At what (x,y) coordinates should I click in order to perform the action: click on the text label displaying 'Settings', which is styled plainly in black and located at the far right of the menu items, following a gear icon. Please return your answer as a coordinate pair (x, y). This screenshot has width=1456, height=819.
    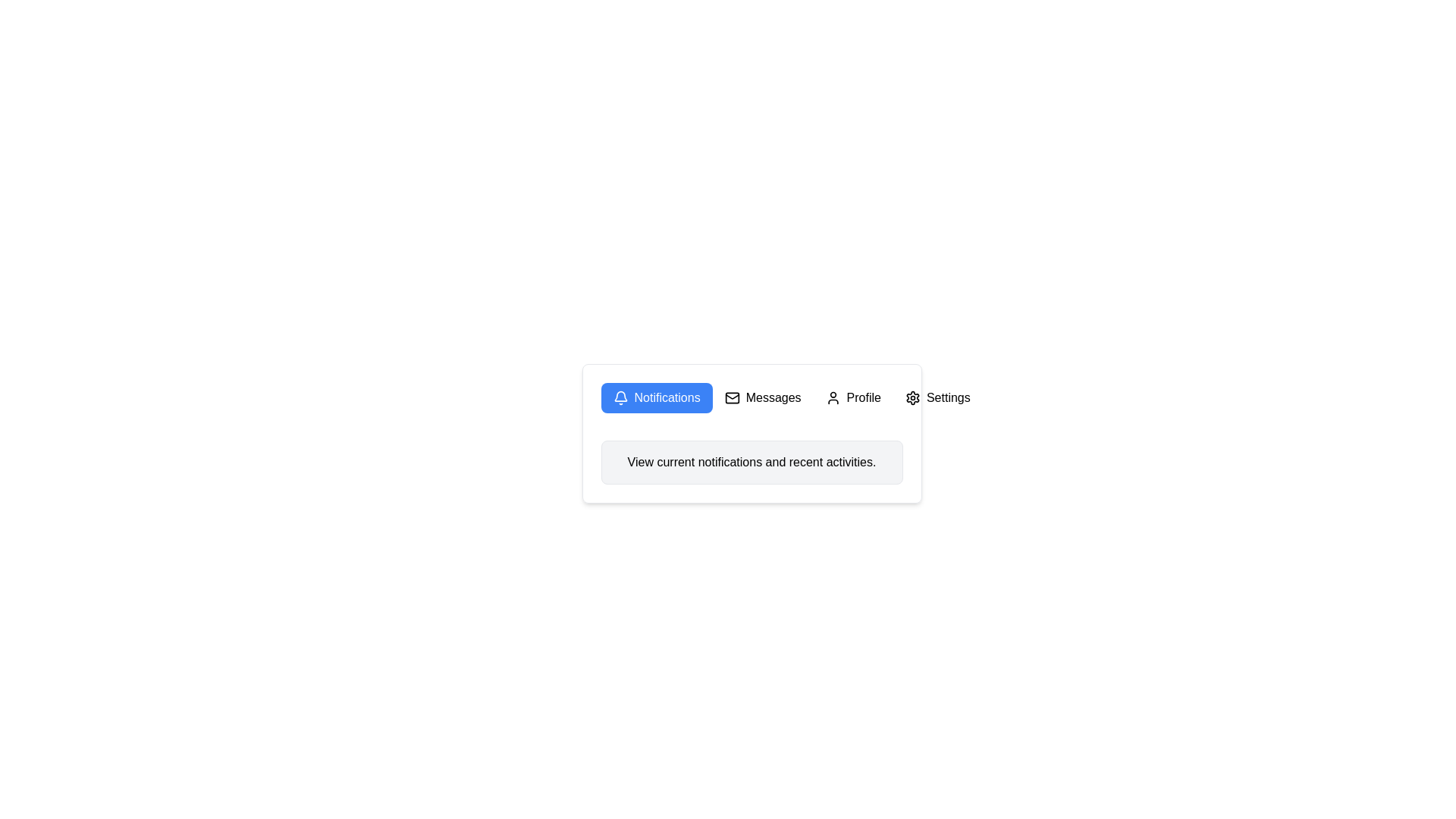
    Looking at the image, I should click on (947, 397).